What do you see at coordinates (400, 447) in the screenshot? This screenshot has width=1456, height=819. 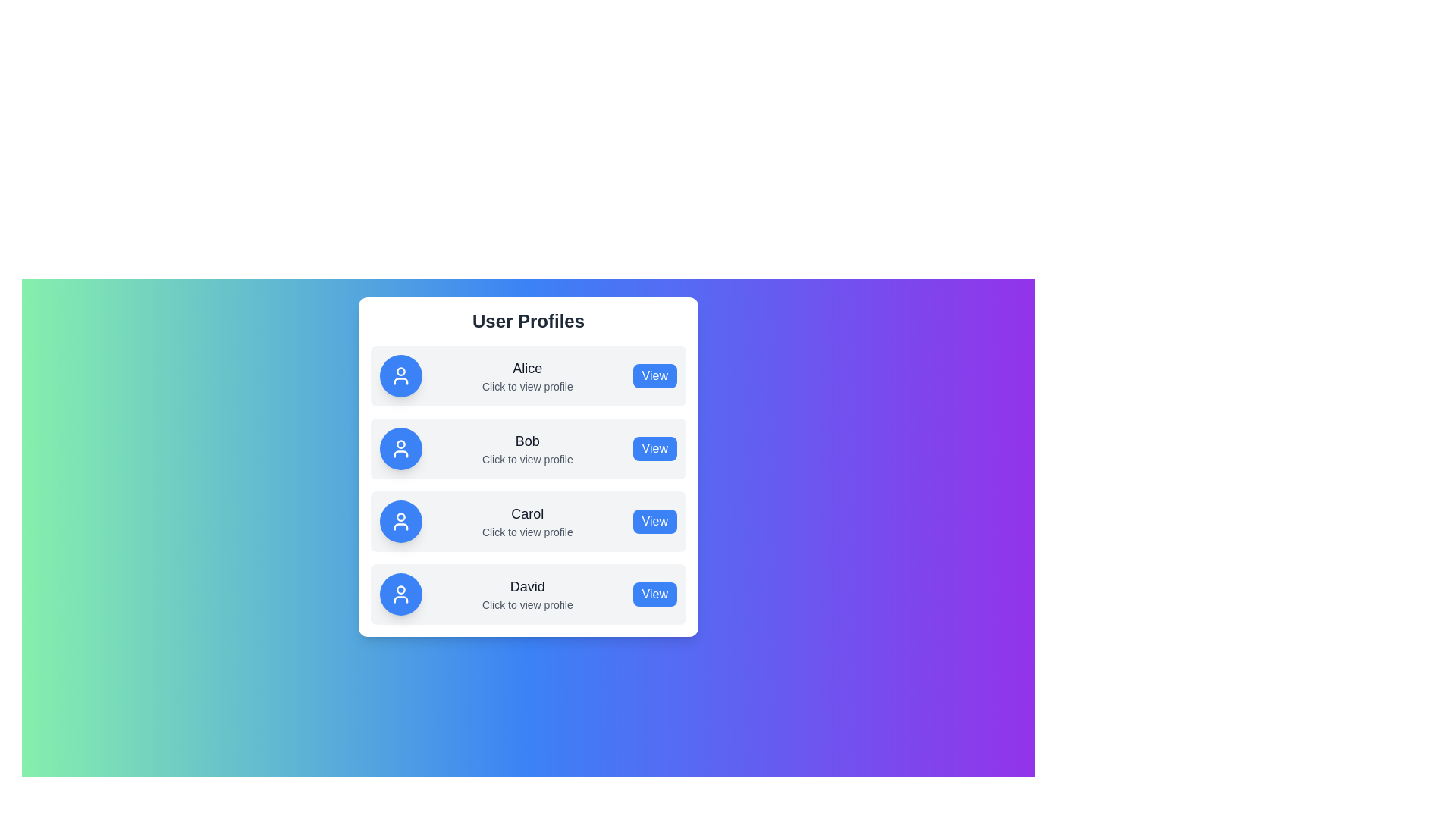 I see `the profile icon representing 'Bob', located in the second row of the profile list, to the left of the text 'Bob' and the 'View' button` at bounding box center [400, 447].